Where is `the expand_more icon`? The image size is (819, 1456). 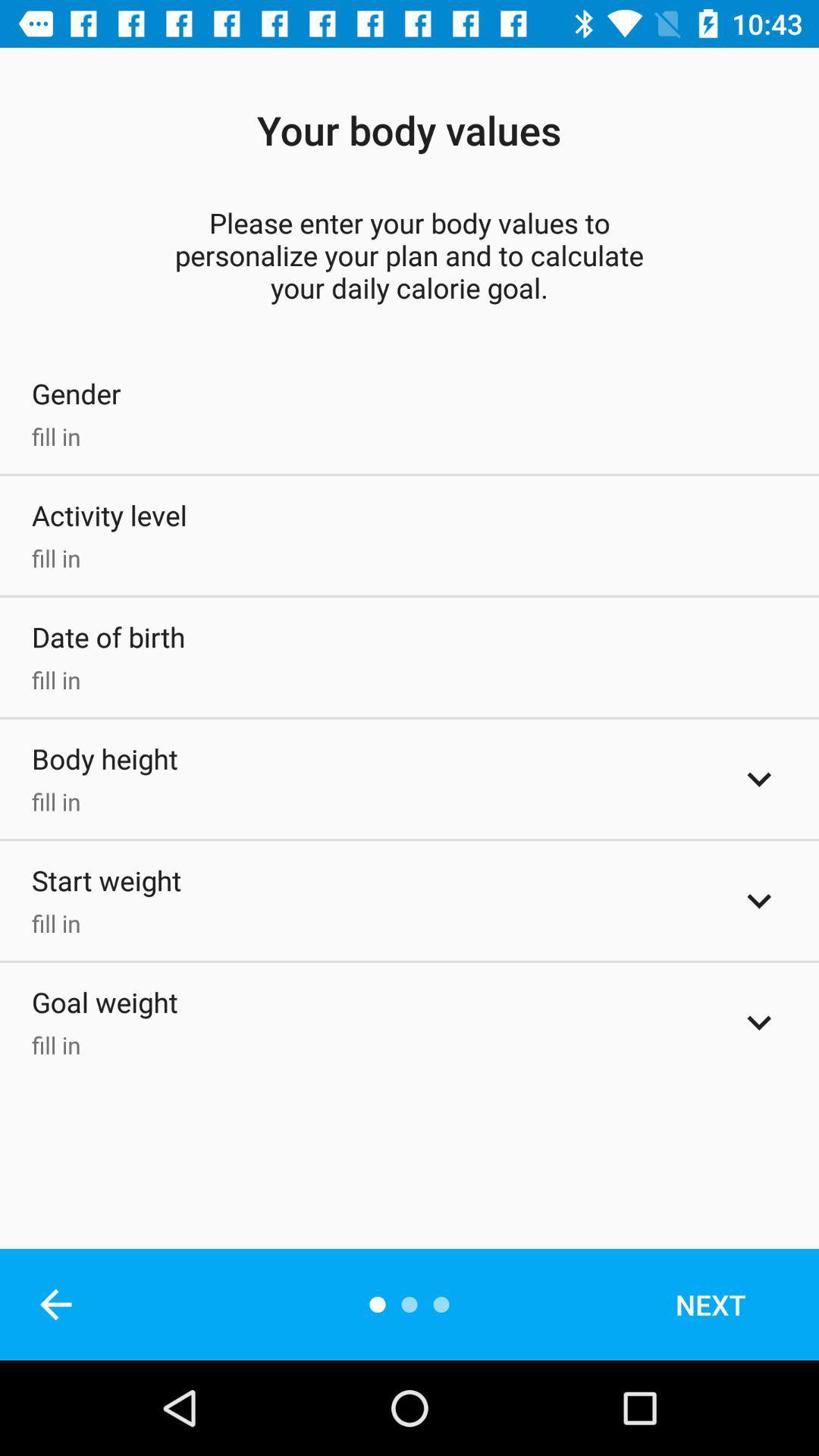 the expand_more icon is located at coordinates (759, 901).